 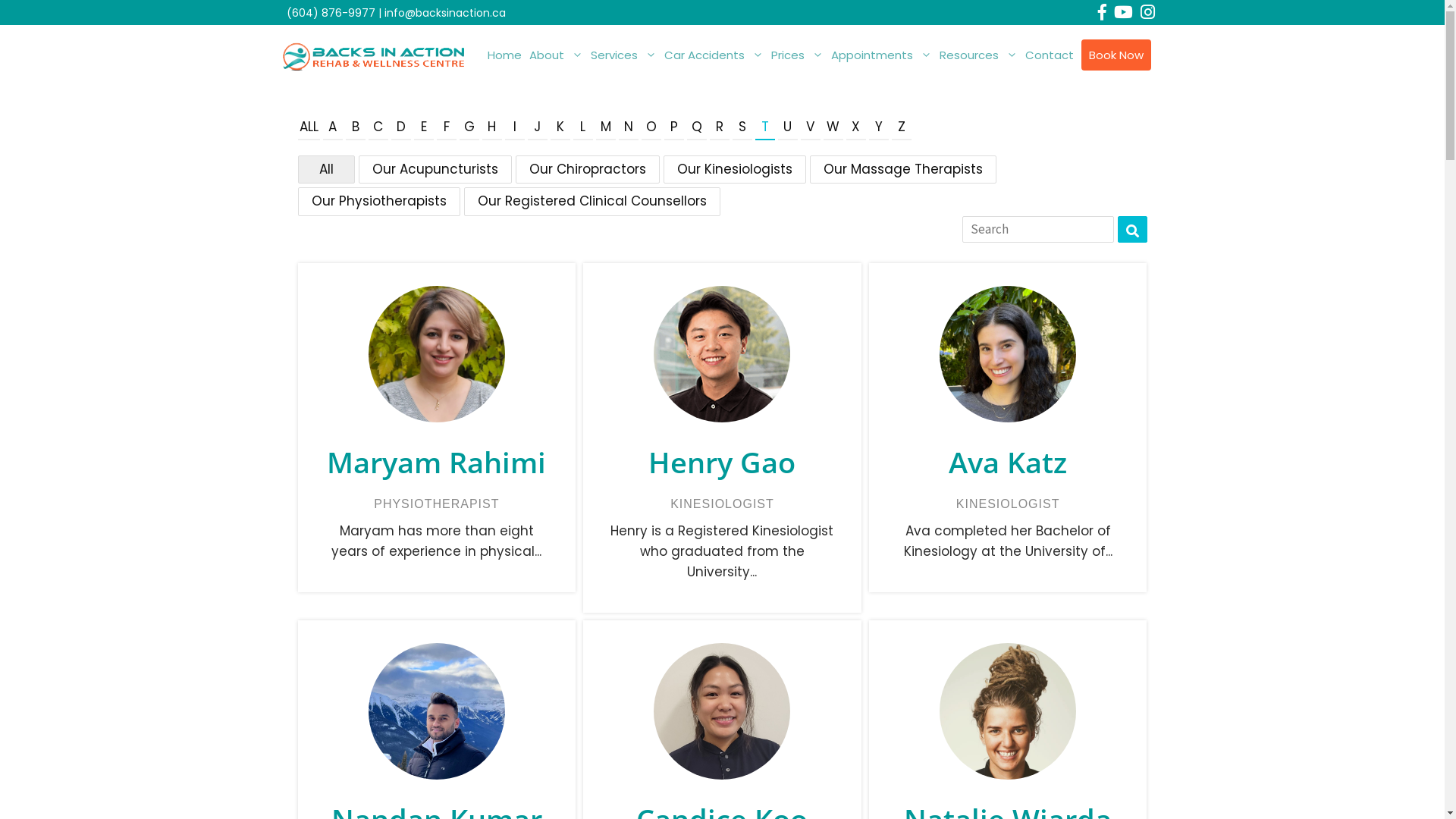 What do you see at coordinates (1020, 55) in the screenshot?
I see `'Contact'` at bounding box center [1020, 55].